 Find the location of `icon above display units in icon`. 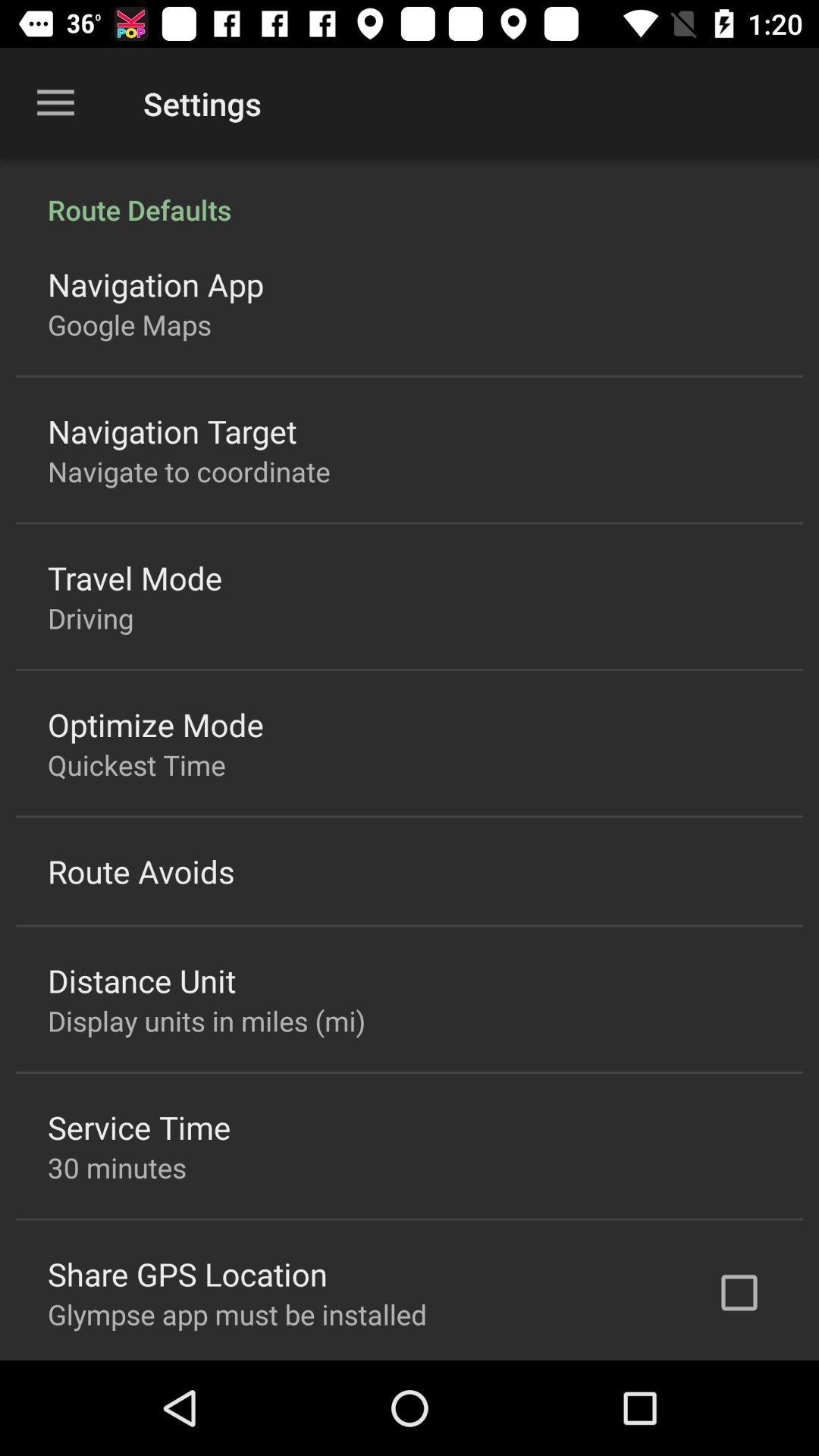

icon above display units in icon is located at coordinates (142, 980).